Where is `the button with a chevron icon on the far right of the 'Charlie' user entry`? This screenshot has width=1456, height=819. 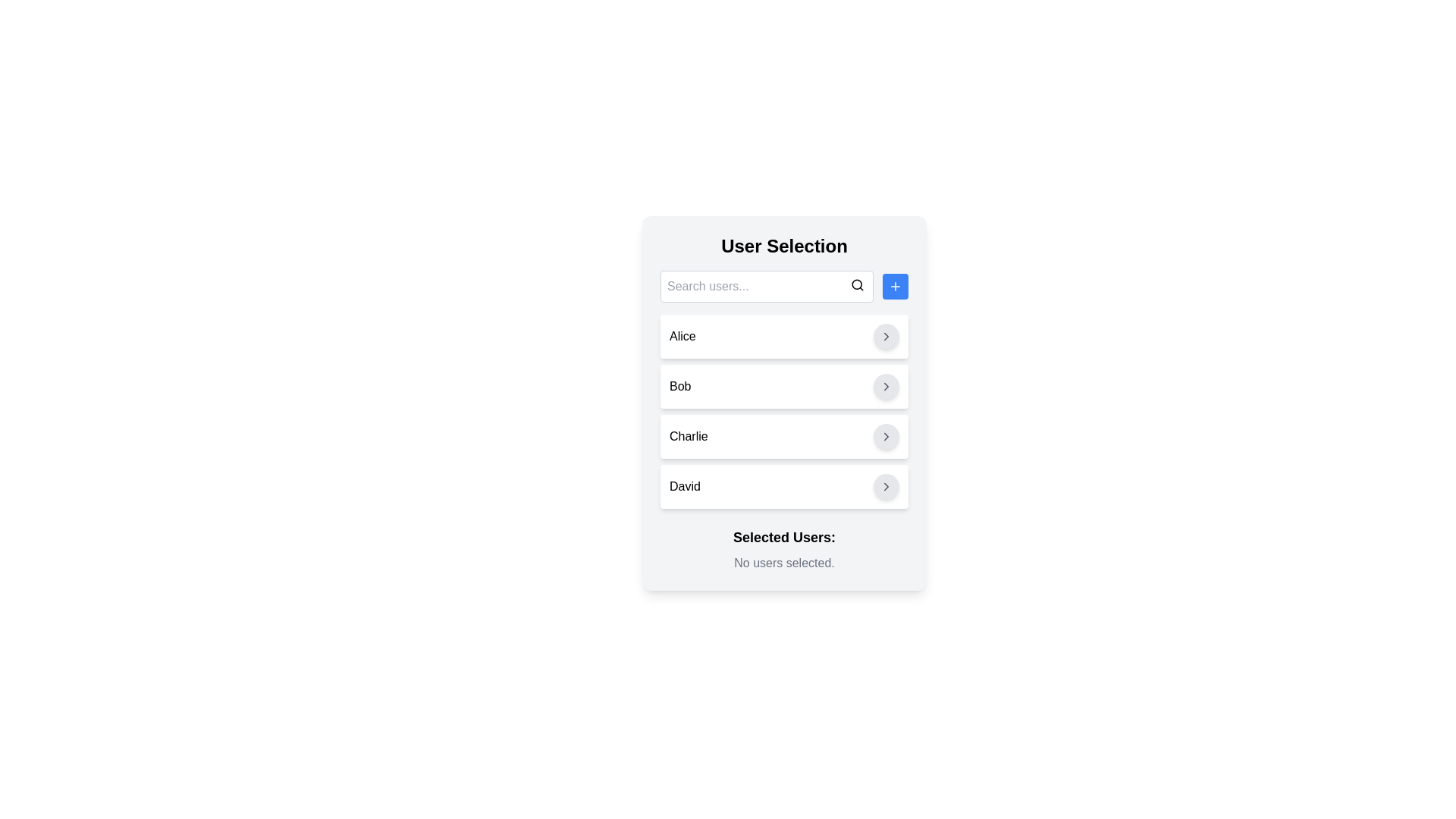
the button with a chevron icon on the far right of the 'Charlie' user entry is located at coordinates (886, 436).